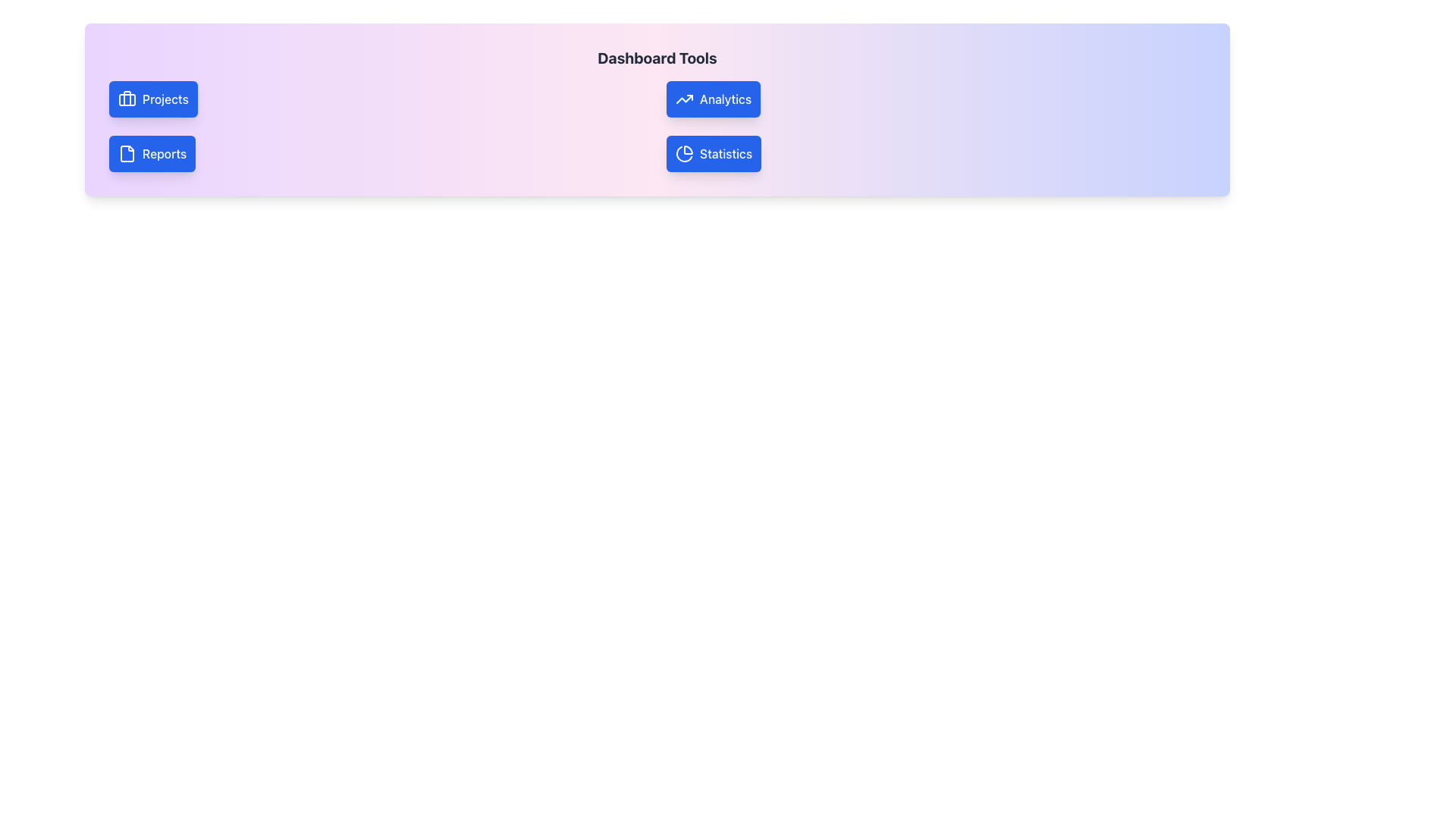 The image size is (1456, 819). What do you see at coordinates (713, 154) in the screenshot?
I see `the navigation button located in the second column of the second row under 'Dashboard Tools'` at bounding box center [713, 154].